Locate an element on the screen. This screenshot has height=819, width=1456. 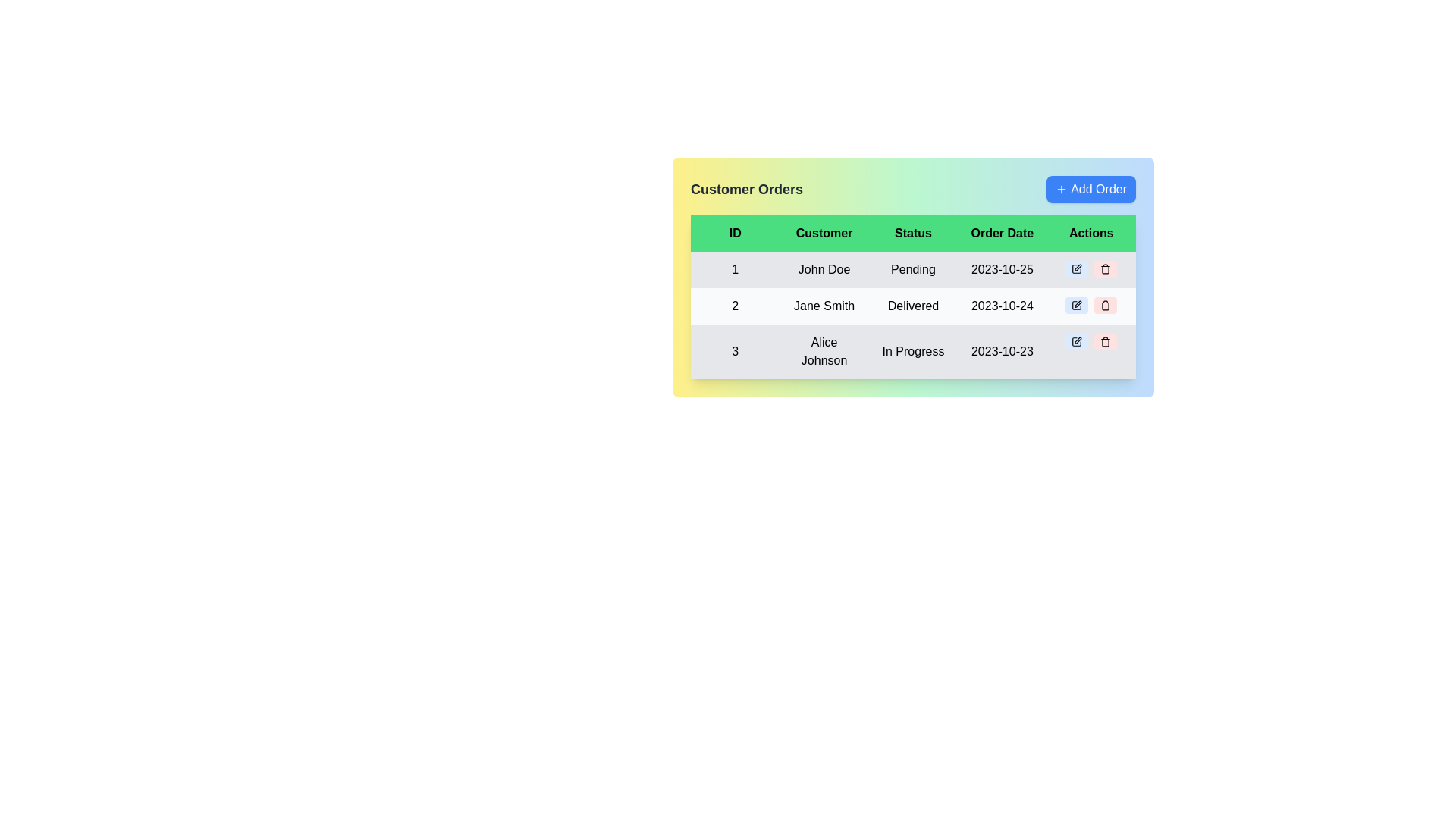
the 'Actions' text label, which is bold and centered within a green header cell, aligned at the far right of the header row in the table layout is located at coordinates (1090, 234).